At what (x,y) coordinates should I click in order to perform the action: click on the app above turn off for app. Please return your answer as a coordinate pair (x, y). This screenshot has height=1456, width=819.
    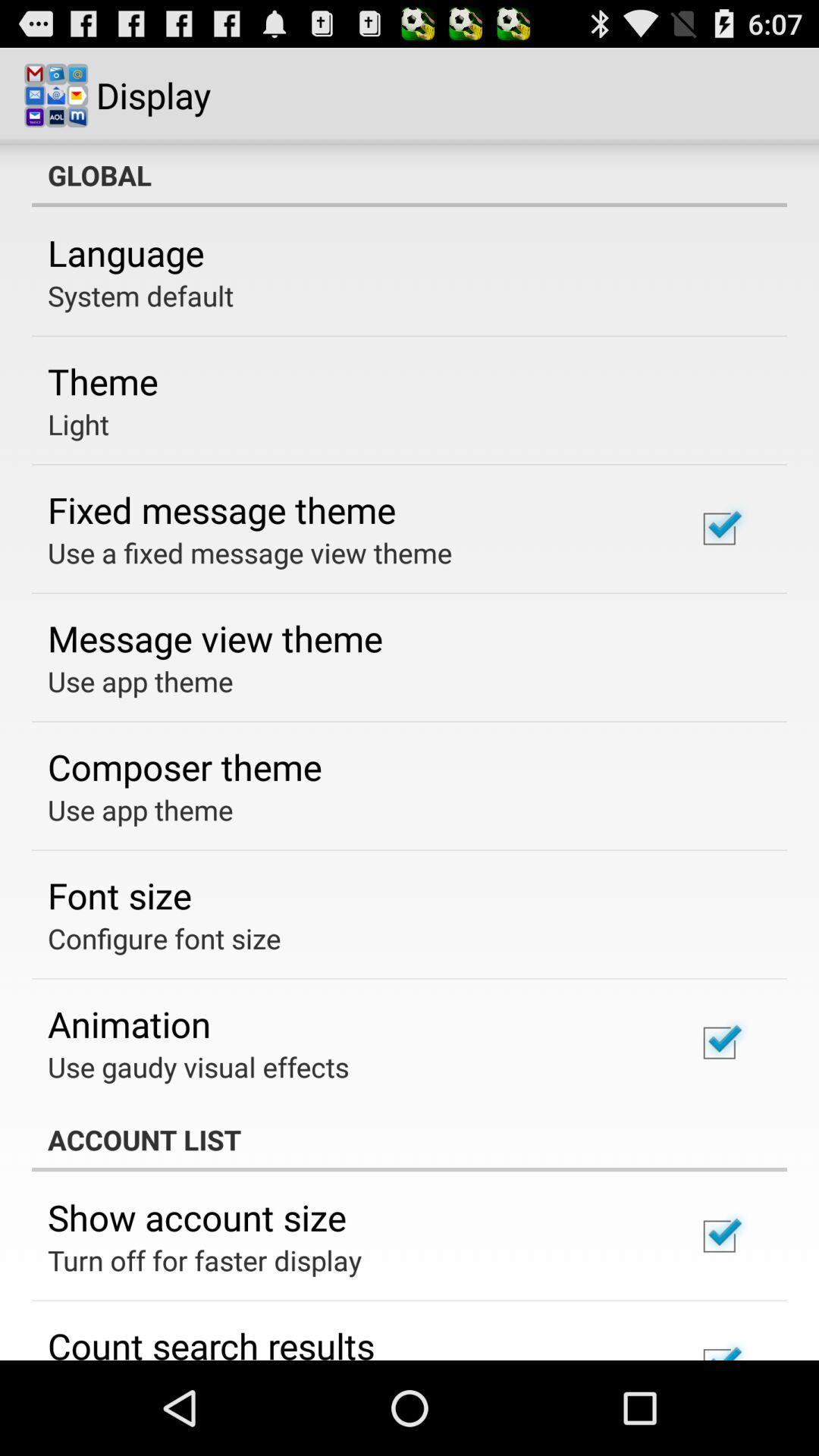
    Looking at the image, I should click on (196, 1217).